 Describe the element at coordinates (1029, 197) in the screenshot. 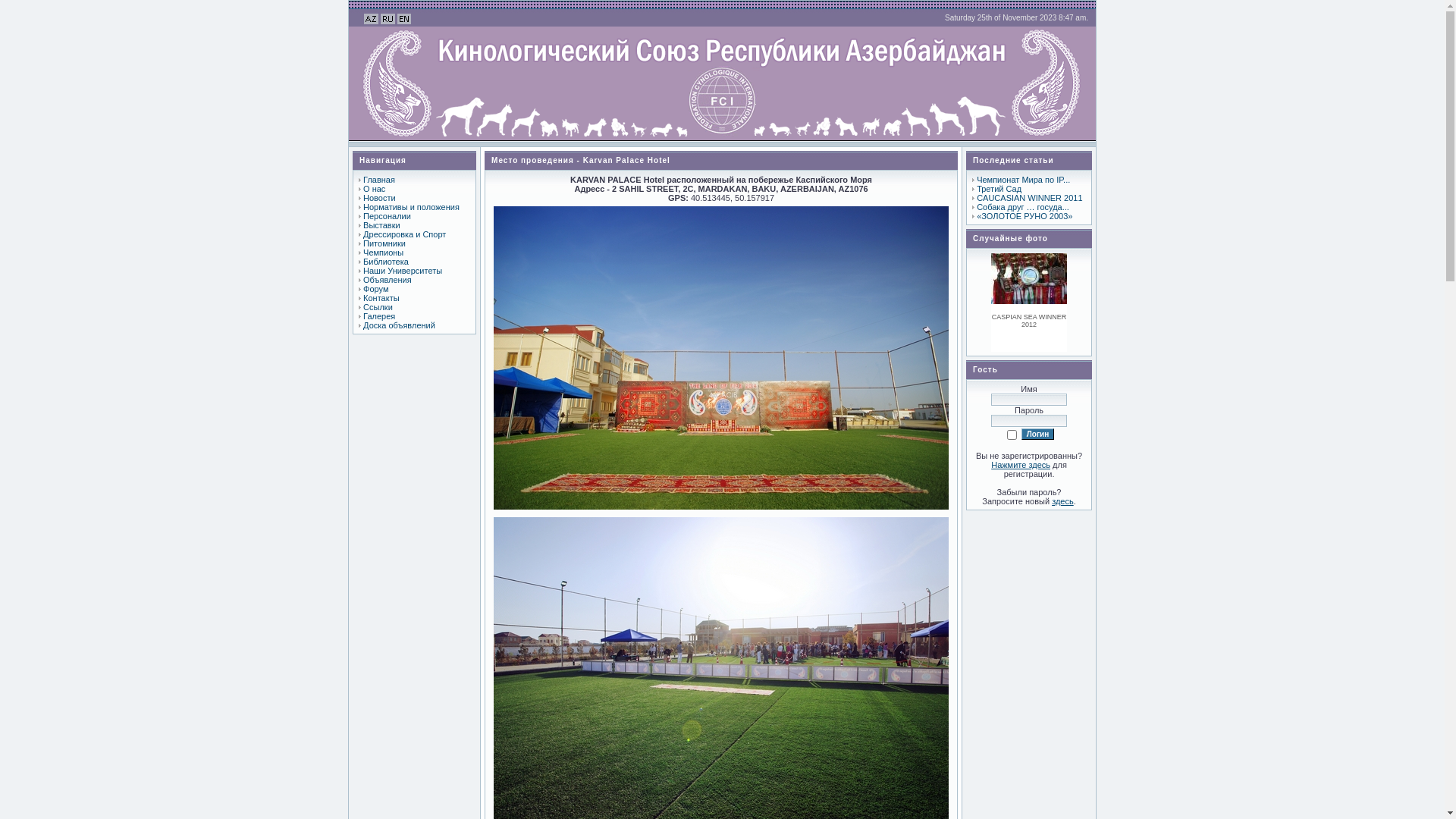

I see `'CAUCASIAN WINNER 2011'` at that location.